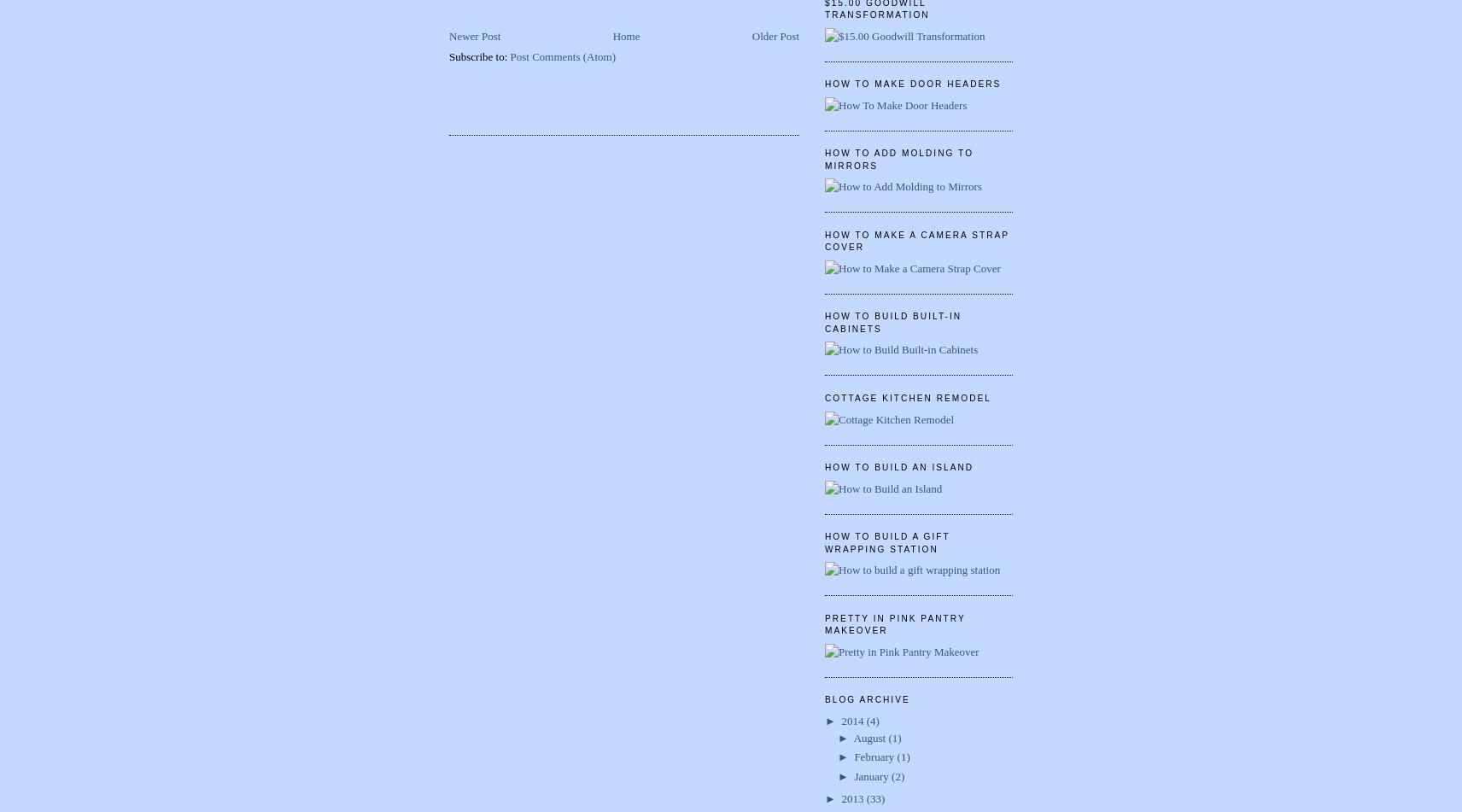 Image resolution: width=1462 pixels, height=812 pixels. I want to click on '(4)', so click(865, 720).